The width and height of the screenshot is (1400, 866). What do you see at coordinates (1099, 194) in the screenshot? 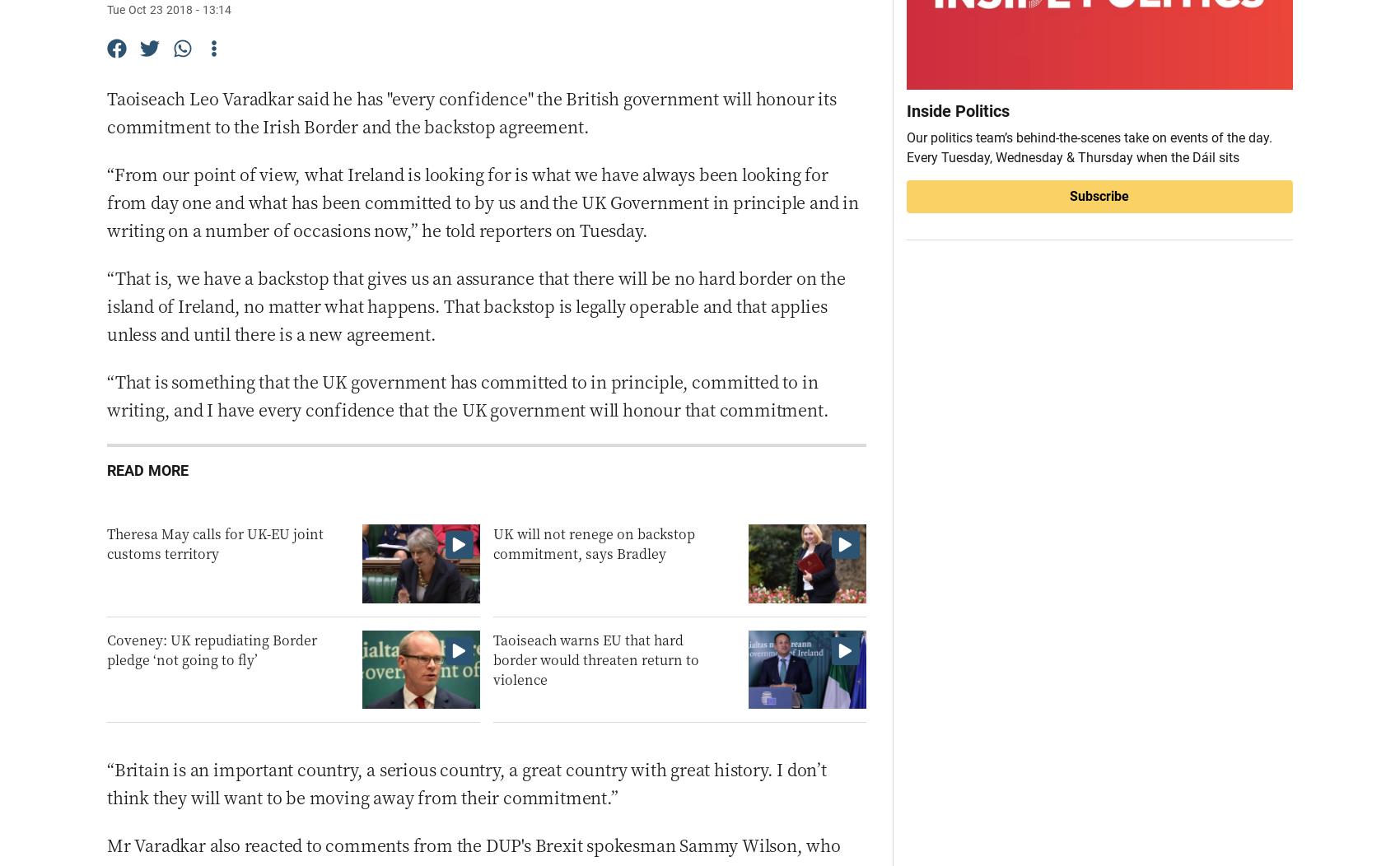
I see `'Subscribe'` at bounding box center [1099, 194].